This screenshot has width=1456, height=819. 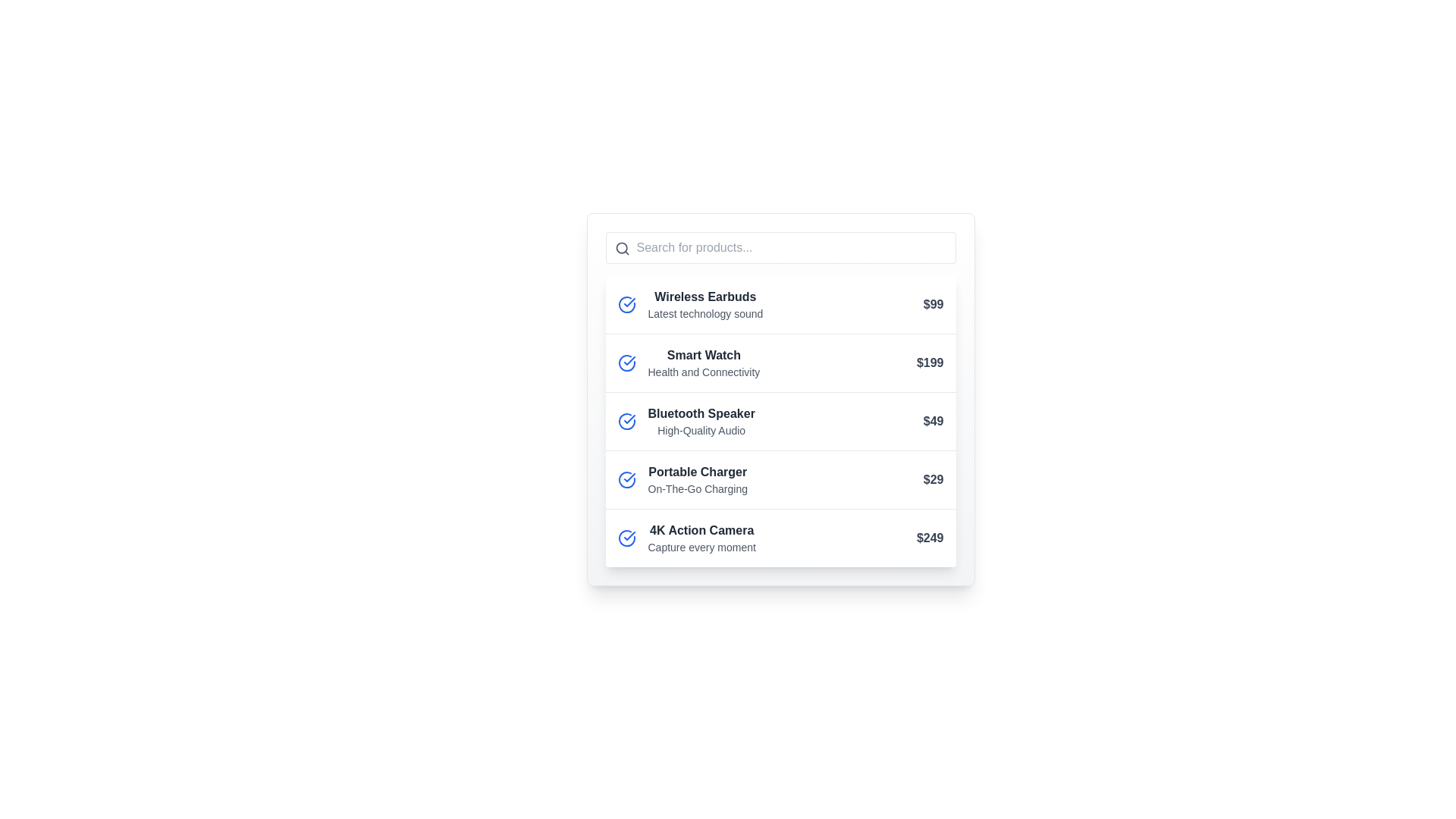 What do you see at coordinates (933, 479) in the screenshot?
I see `the price label displaying '$29' that is aligned to the right of the 'Portable Charger' entry in the product list` at bounding box center [933, 479].